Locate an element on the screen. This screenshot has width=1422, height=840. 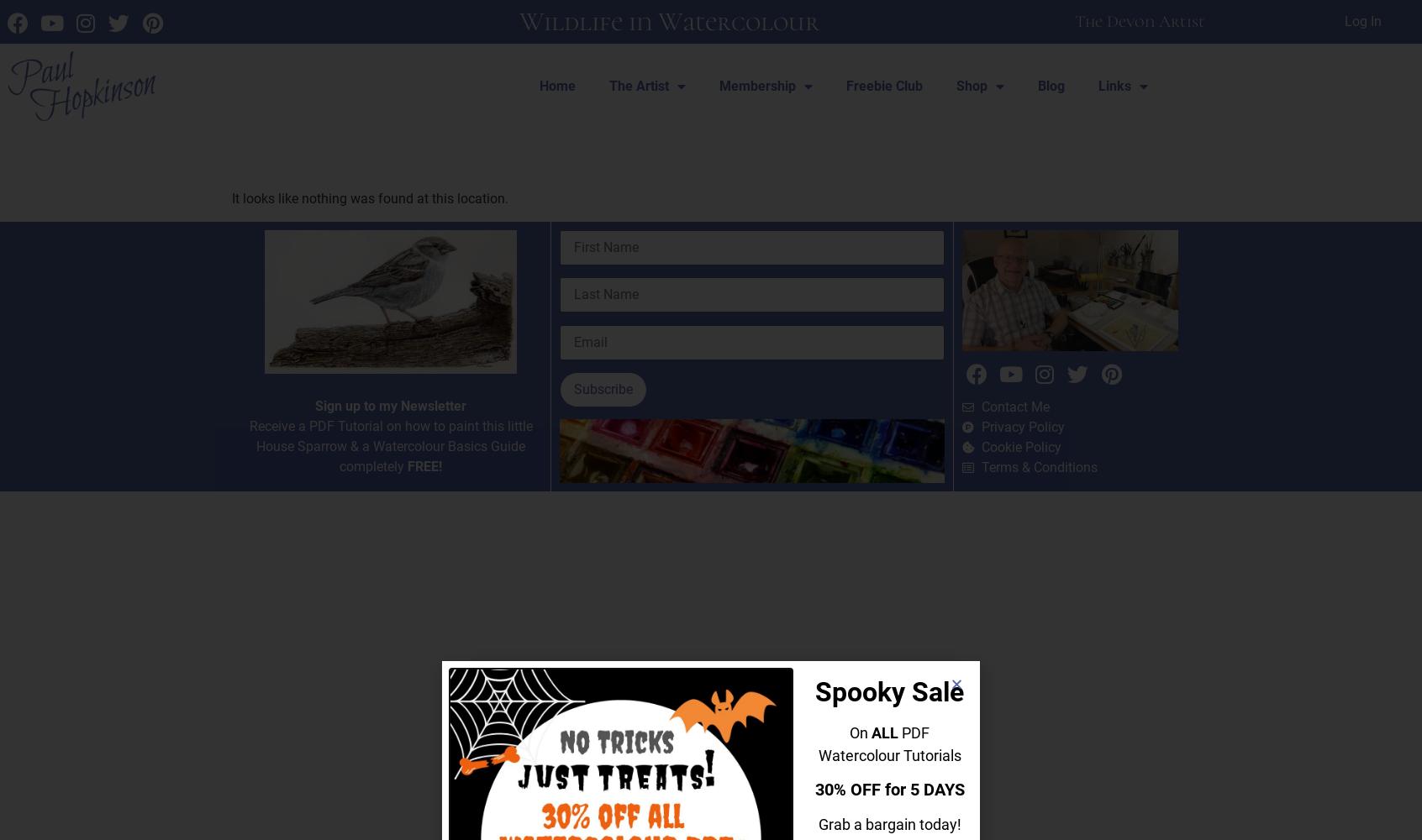
'Sign up to my Newsletter' is located at coordinates (389, 404).